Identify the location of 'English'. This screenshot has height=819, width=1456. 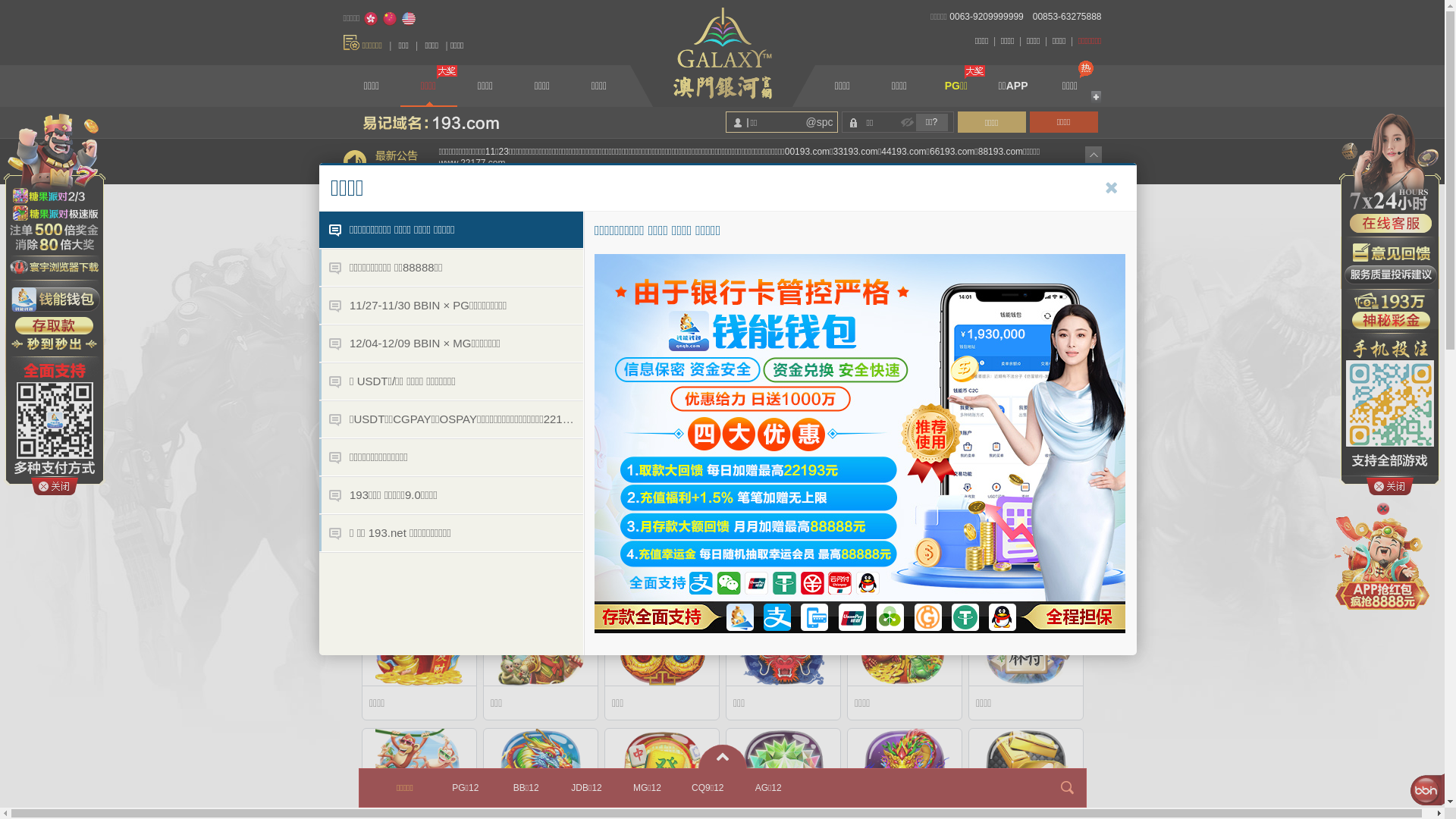
(408, 18).